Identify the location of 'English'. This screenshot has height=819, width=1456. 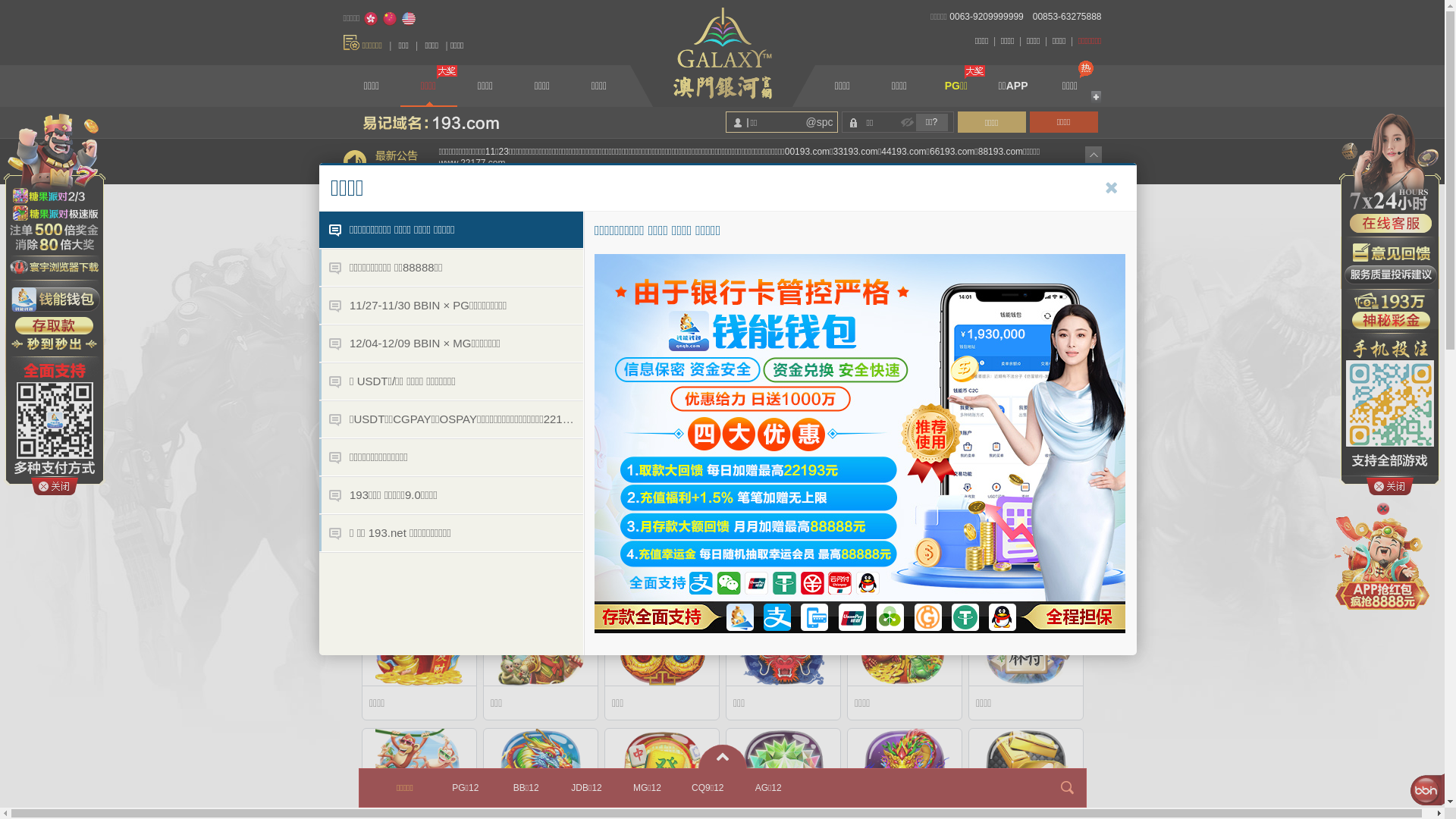
(408, 18).